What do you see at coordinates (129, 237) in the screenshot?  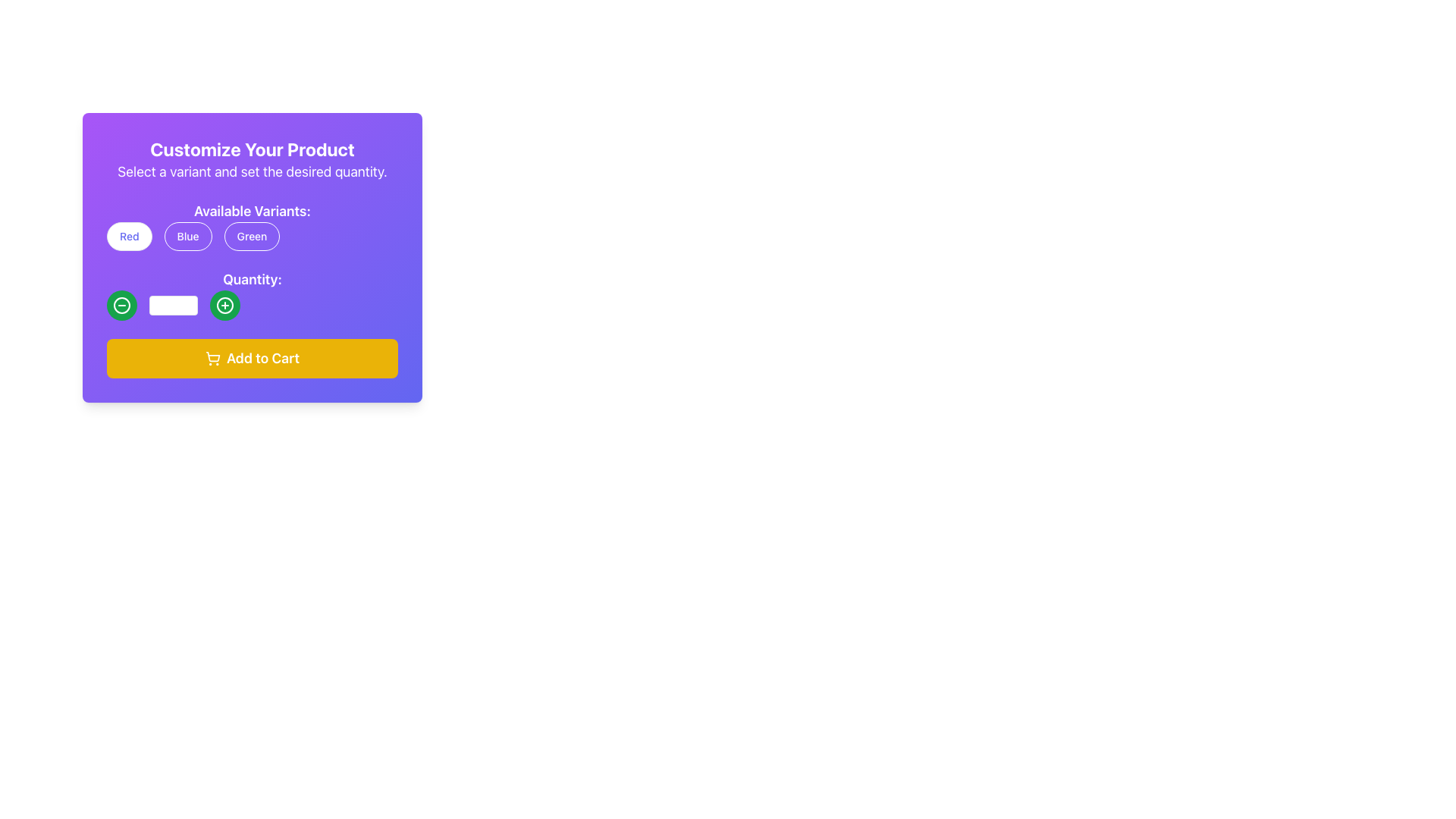 I see `the 'Red' variant button` at bounding box center [129, 237].